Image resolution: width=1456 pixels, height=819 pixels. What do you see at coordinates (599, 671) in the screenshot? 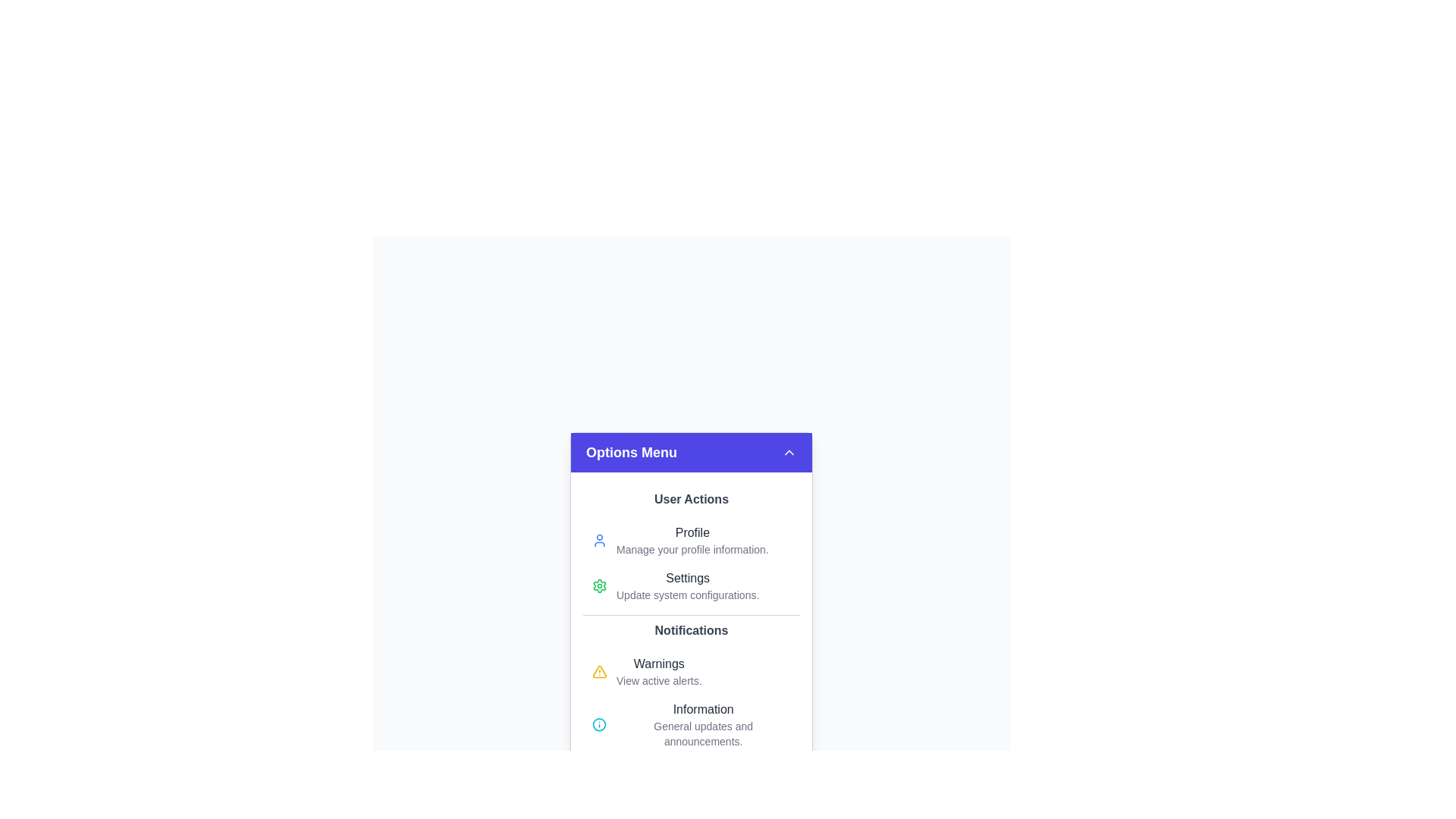
I see `the small triangular warning icon with a vivid yellow border and a white interior, which is positioned to the left of the text label 'Warnings View active alerts' in the Notifications menu subsection` at bounding box center [599, 671].